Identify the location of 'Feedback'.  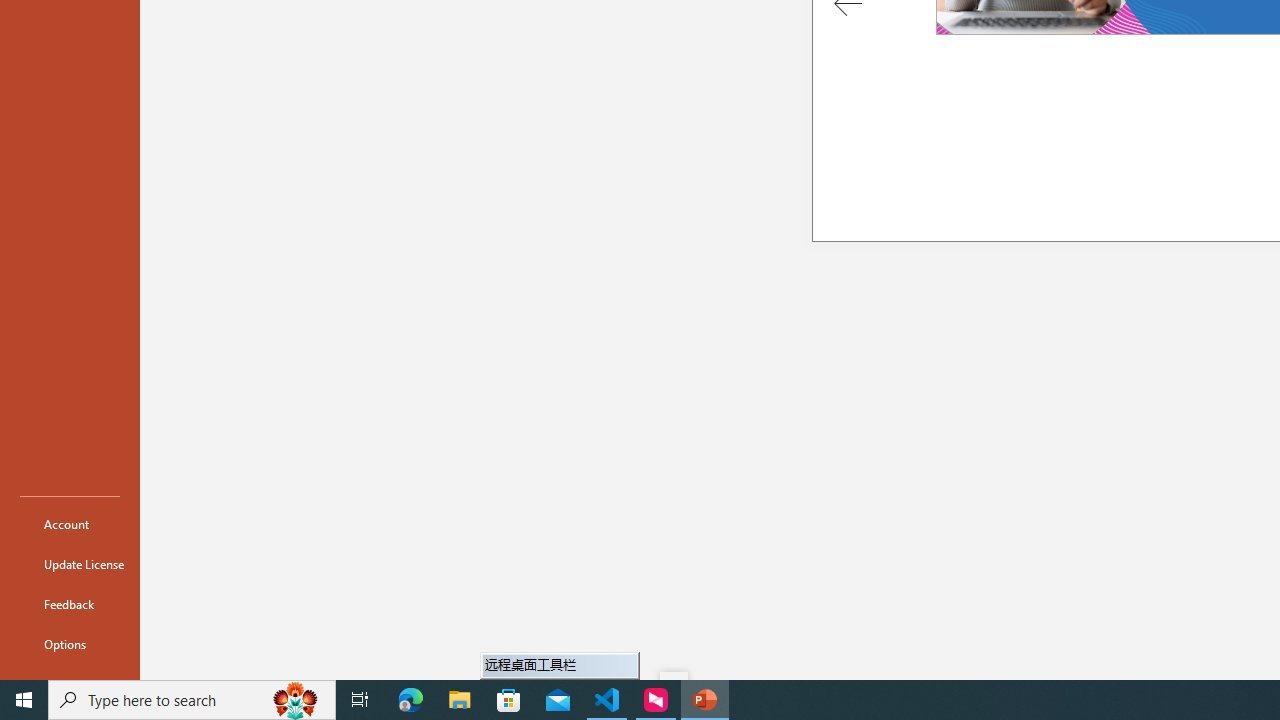
(69, 603).